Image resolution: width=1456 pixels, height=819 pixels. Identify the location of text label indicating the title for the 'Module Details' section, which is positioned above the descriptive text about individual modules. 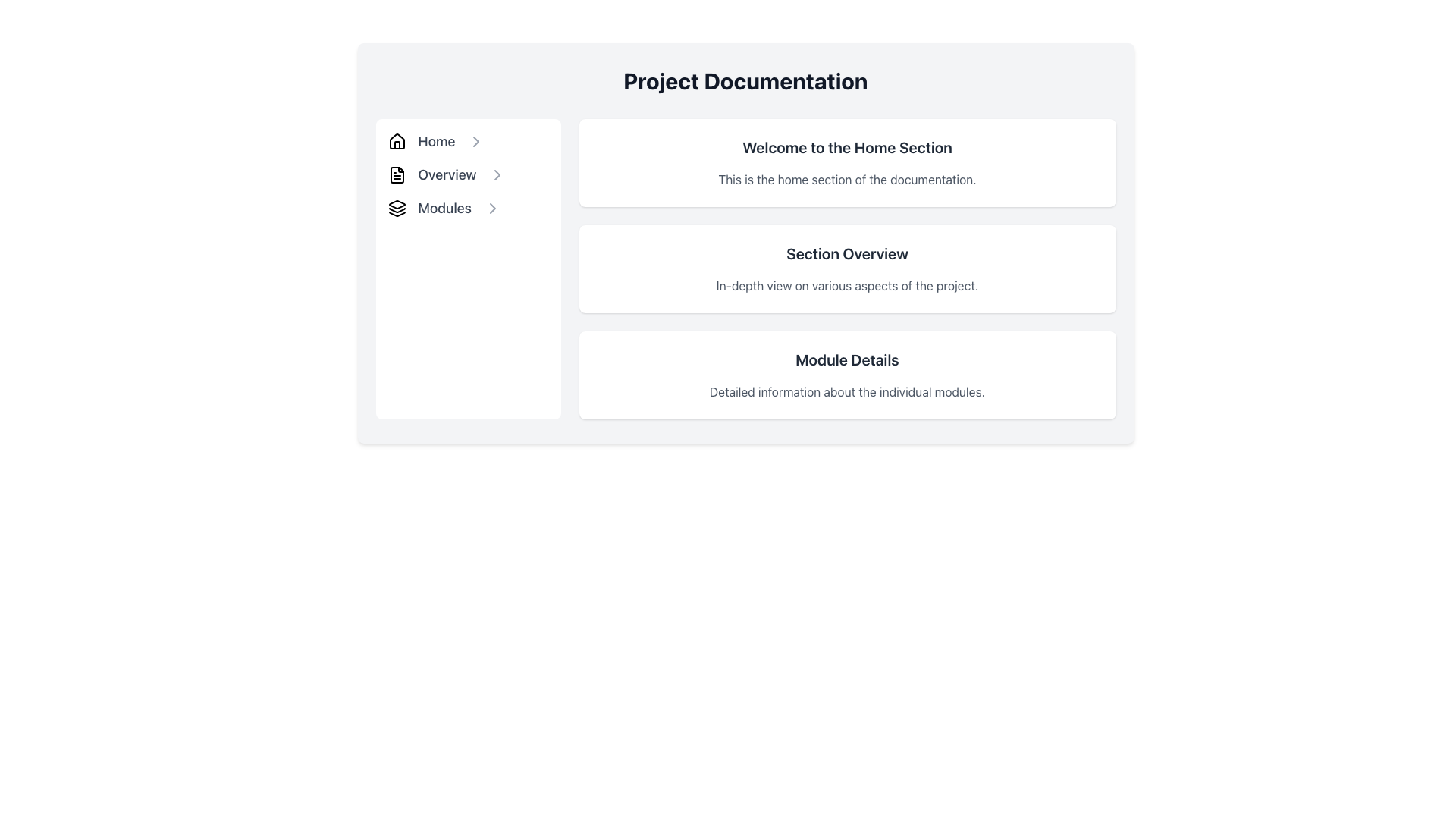
(846, 359).